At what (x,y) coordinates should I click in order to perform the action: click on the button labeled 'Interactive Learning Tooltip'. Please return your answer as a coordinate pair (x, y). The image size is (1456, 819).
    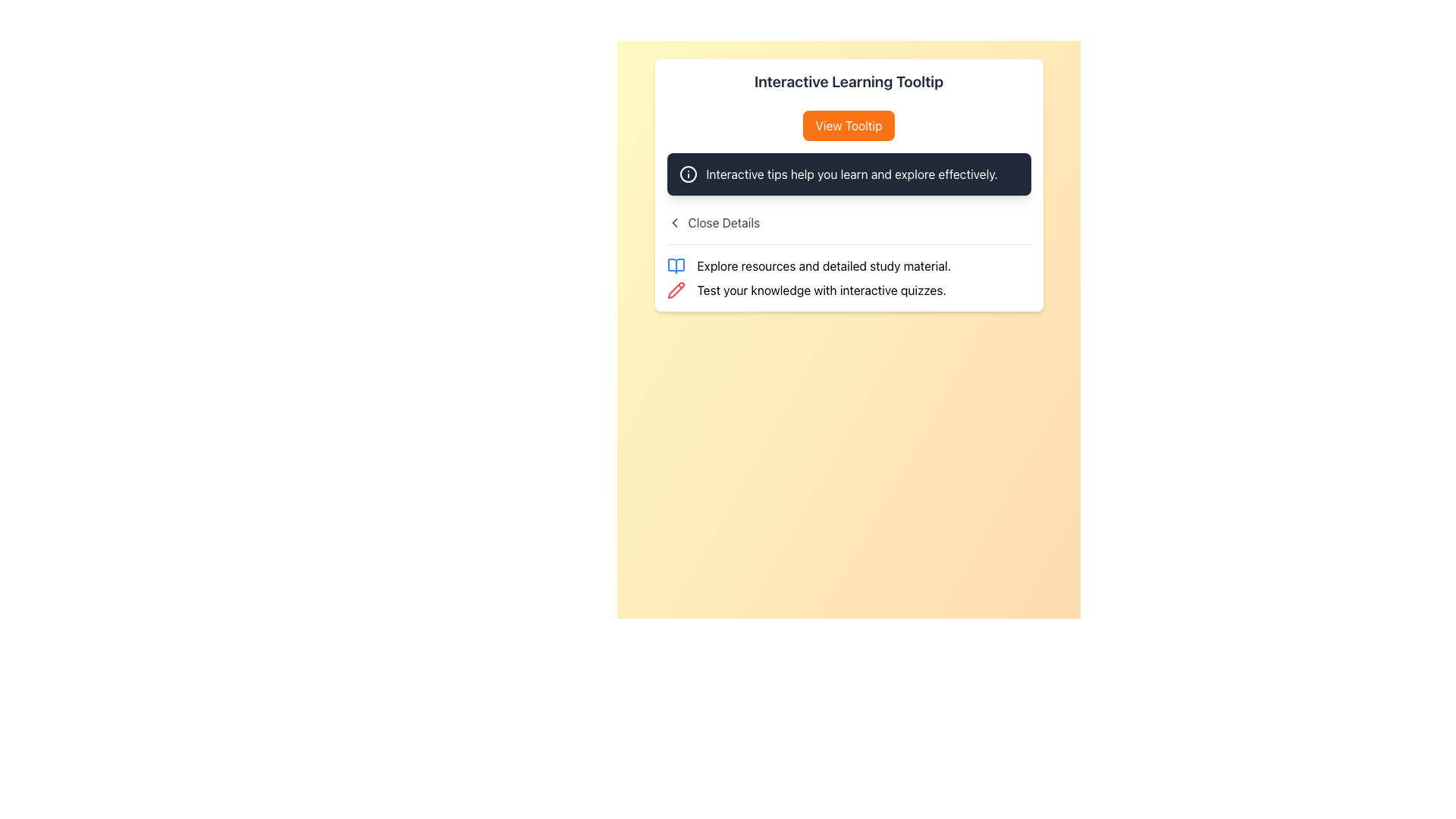
    Looking at the image, I should click on (848, 124).